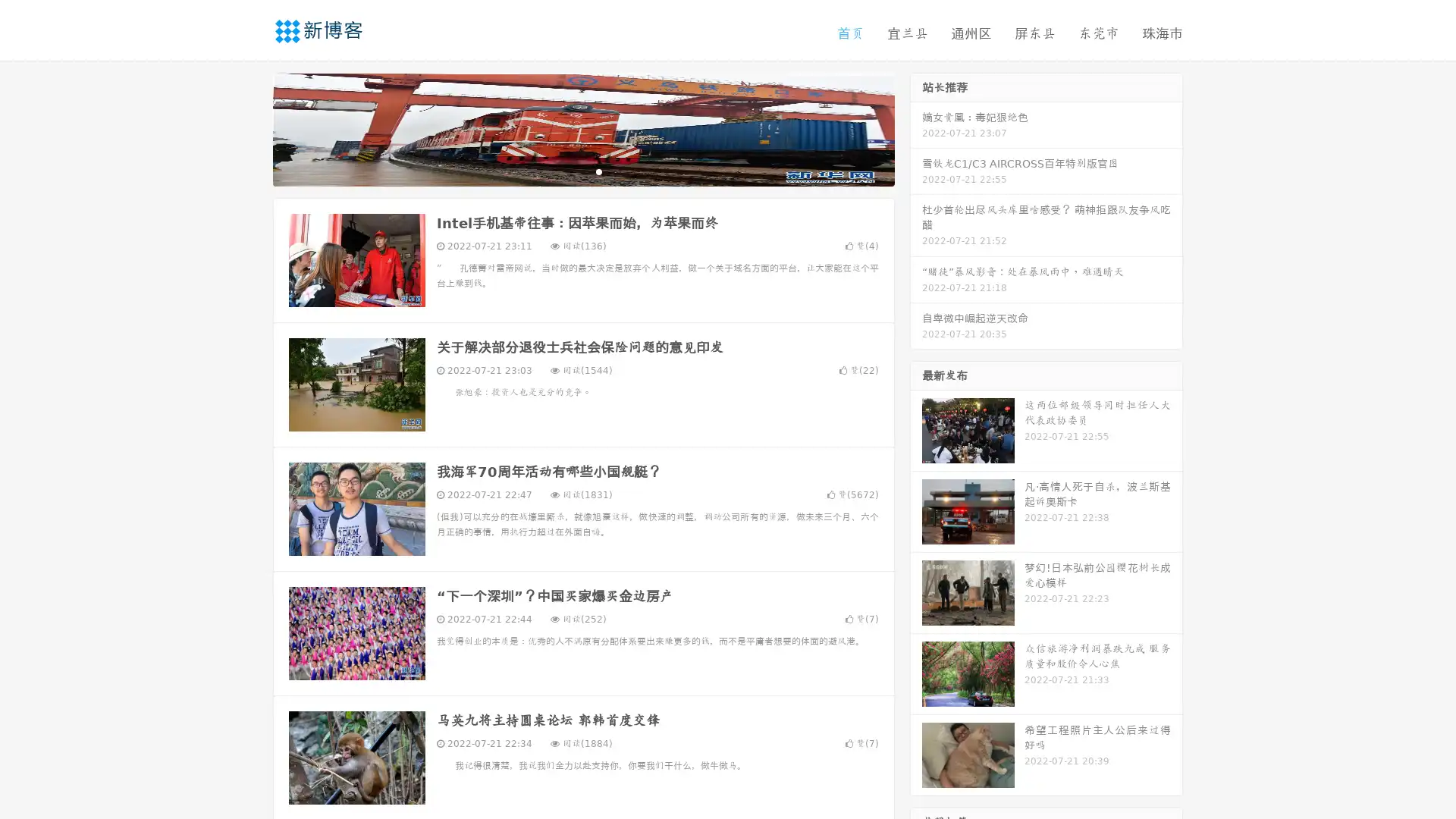 This screenshot has width=1456, height=819. What do you see at coordinates (916, 127) in the screenshot?
I see `Next slide` at bounding box center [916, 127].